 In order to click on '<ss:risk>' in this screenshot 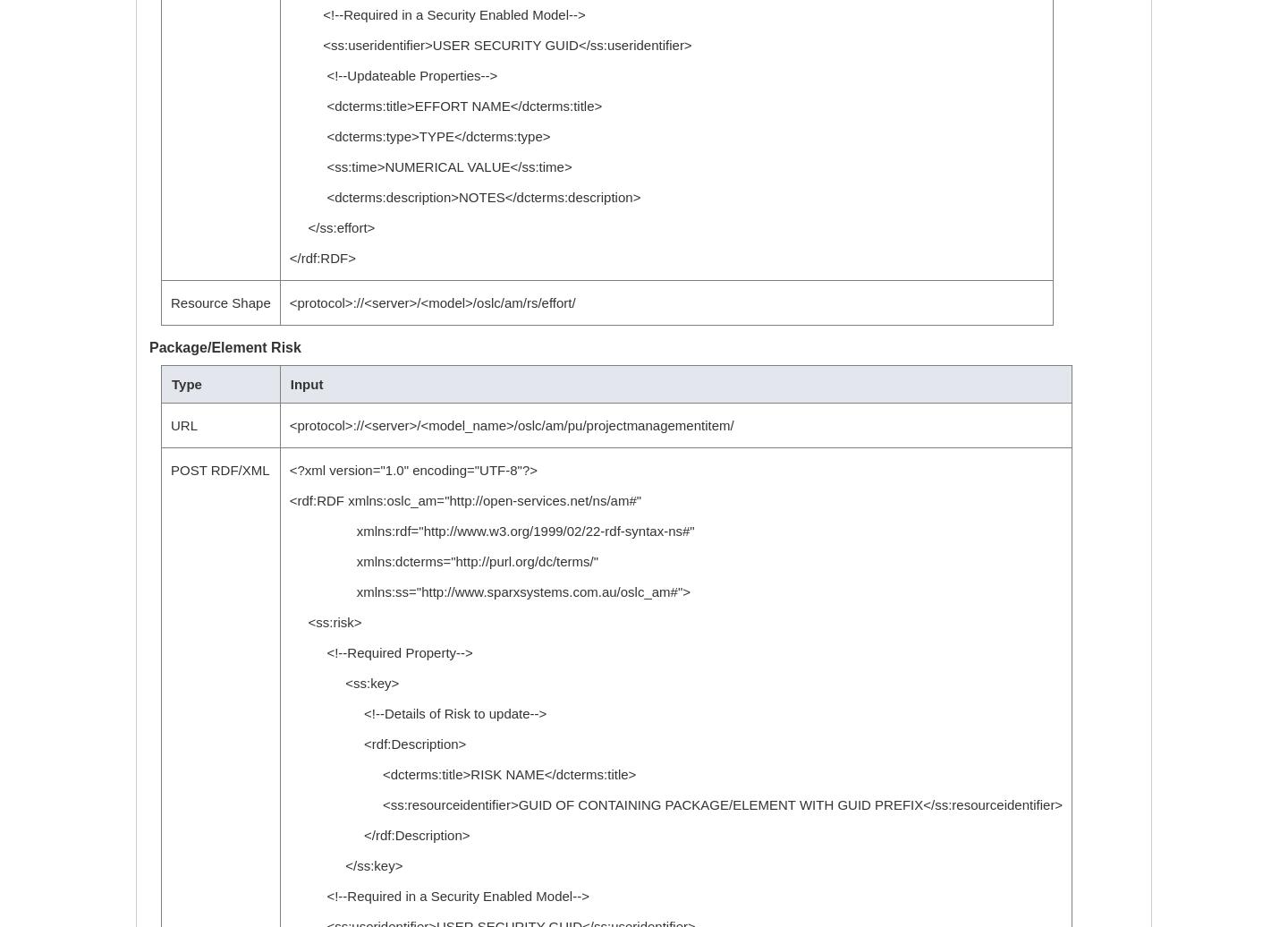, I will do `click(324, 622)`.